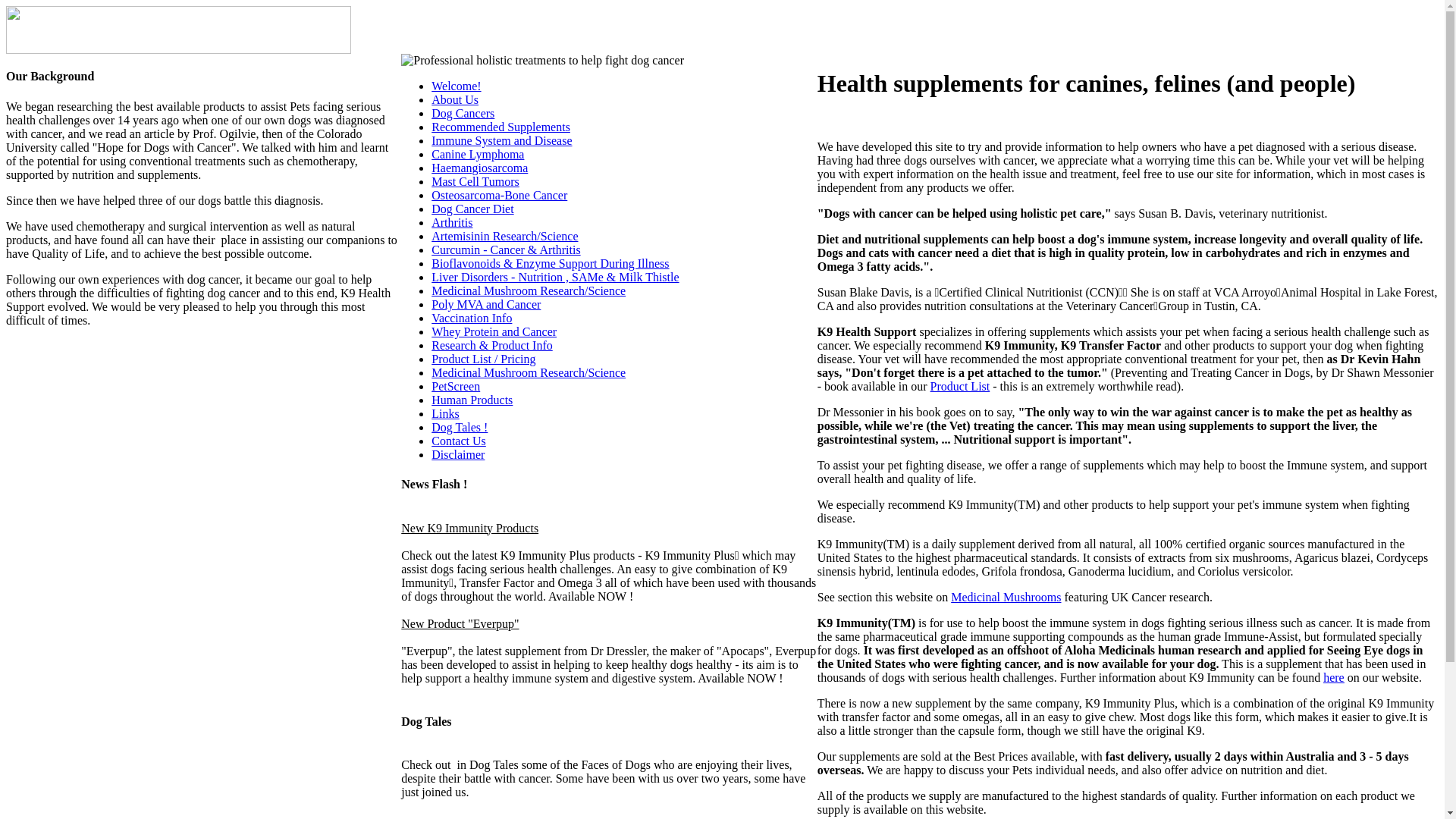  I want to click on 'Contact Us', so click(457, 441).